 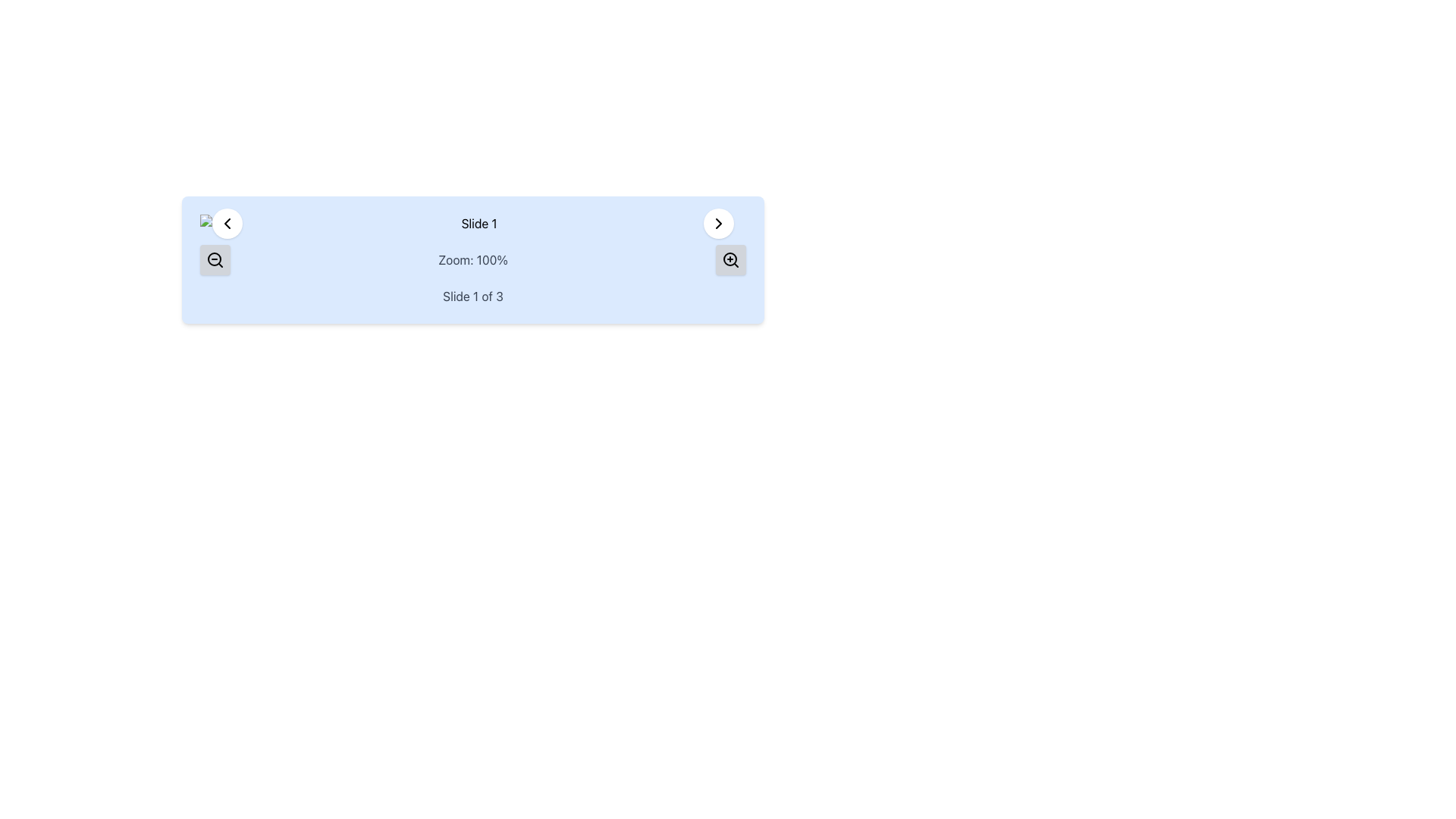 I want to click on properties of the central circular part of the magnifying glass icon located near the bottom right corner of the interface, so click(x=730, y=259).